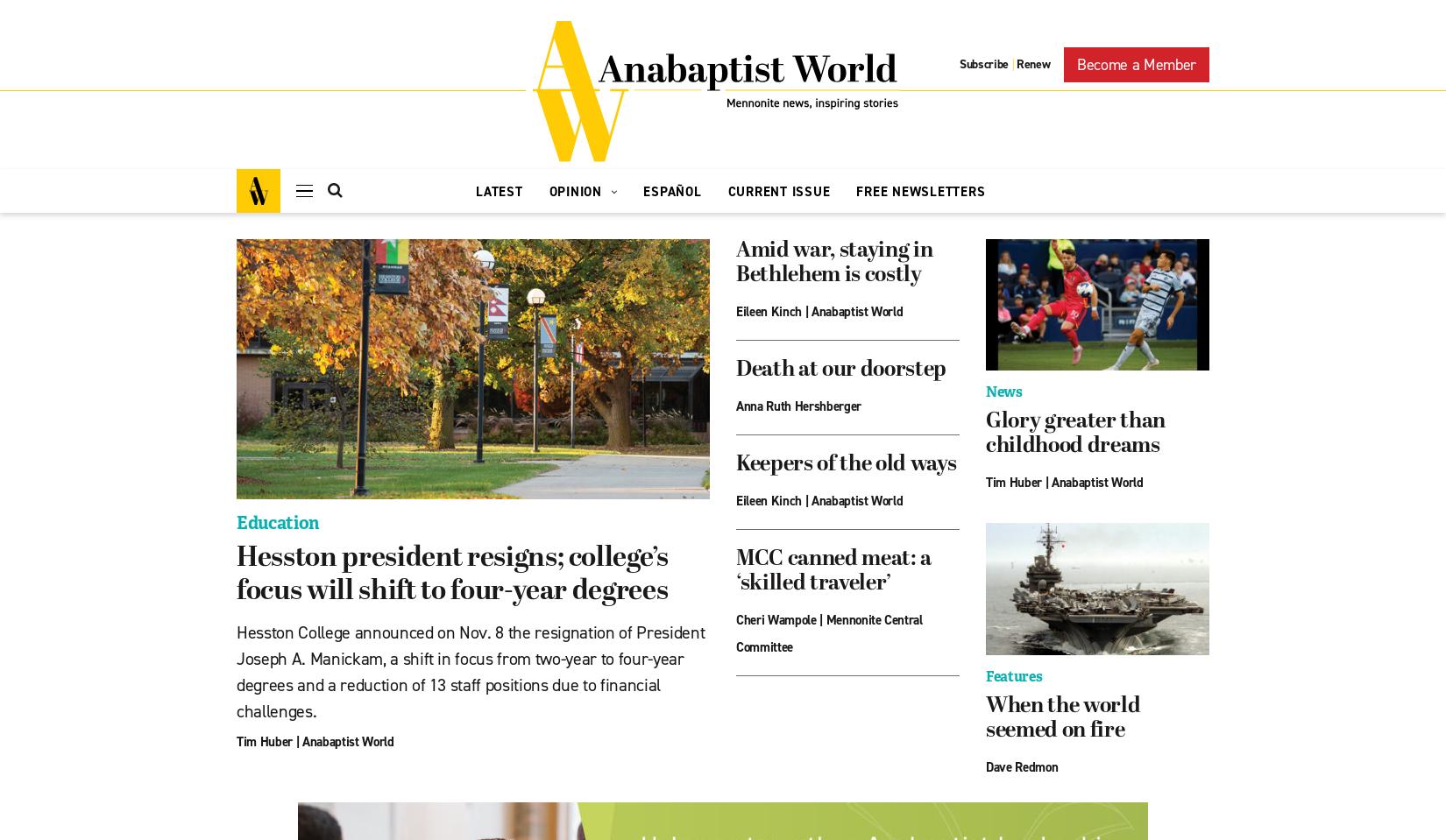 This screenshot has height=840, width=1446. What do you see at coordinates (1013, 675) in the screenshot?
I see `'Features'` at bounding box center [1013, 675].